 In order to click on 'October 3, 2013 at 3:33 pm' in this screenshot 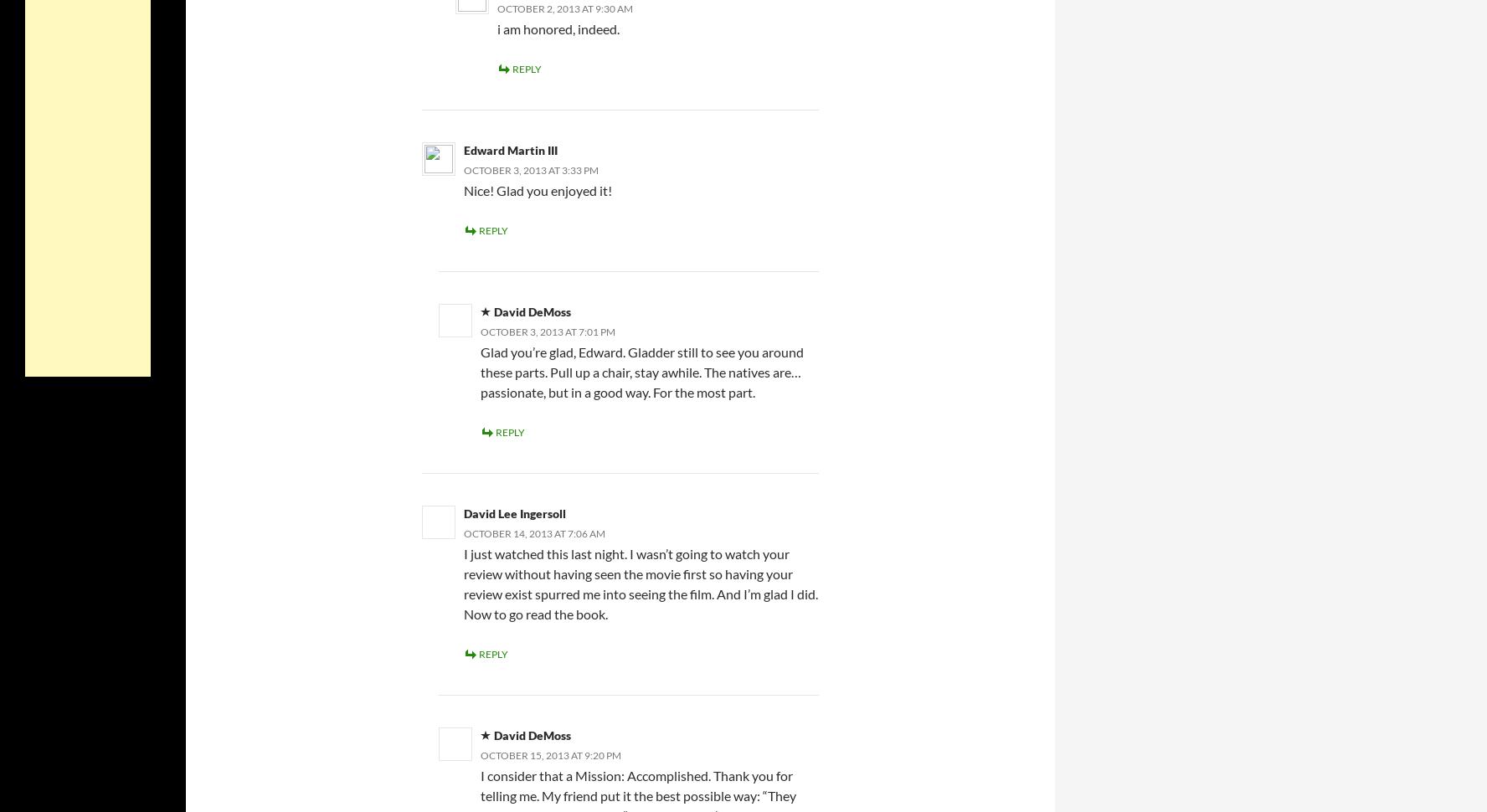, I will do `click(463, 169)`.